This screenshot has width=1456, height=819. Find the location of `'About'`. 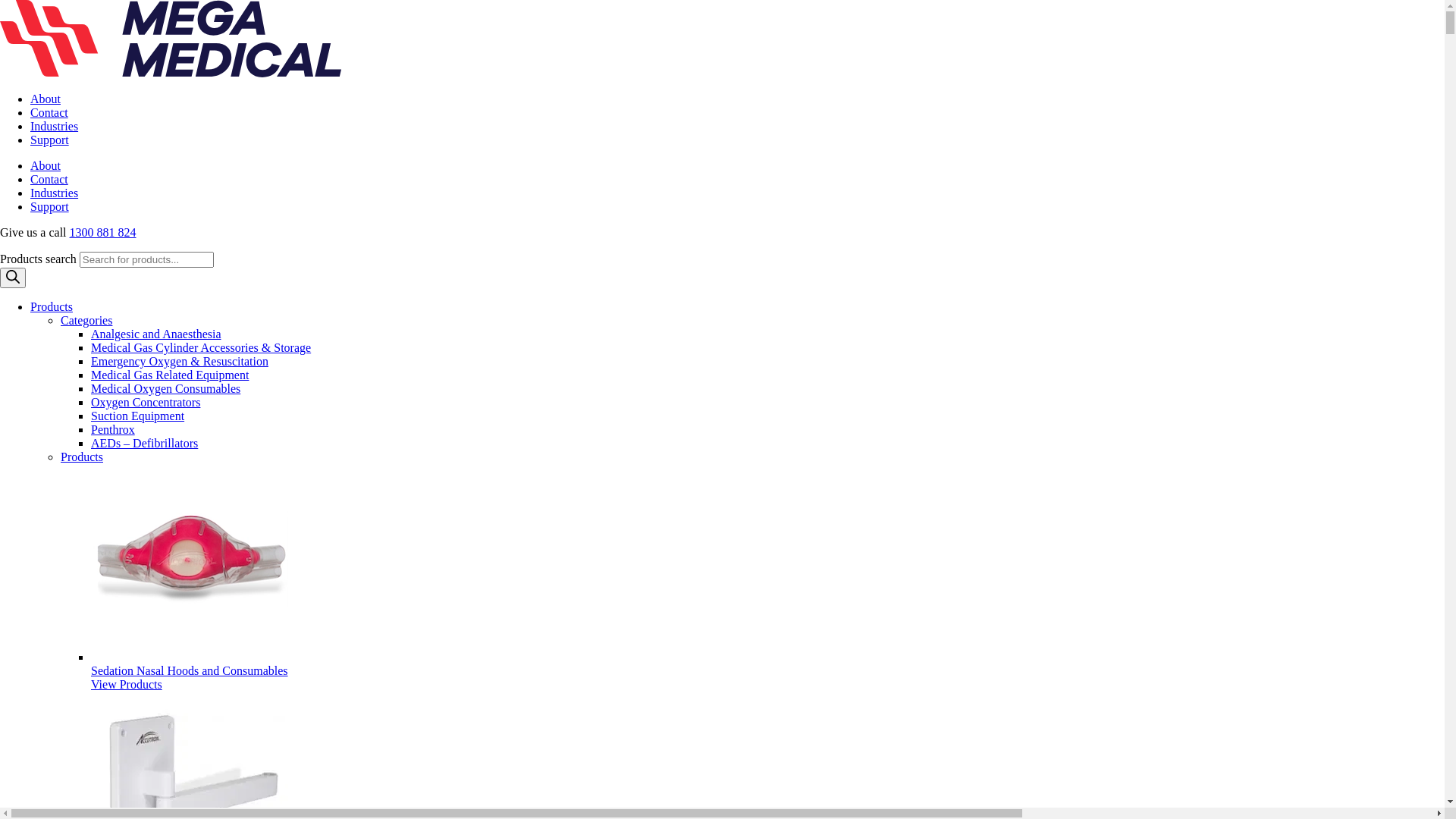

'About' is located at coordinates (45, 165).